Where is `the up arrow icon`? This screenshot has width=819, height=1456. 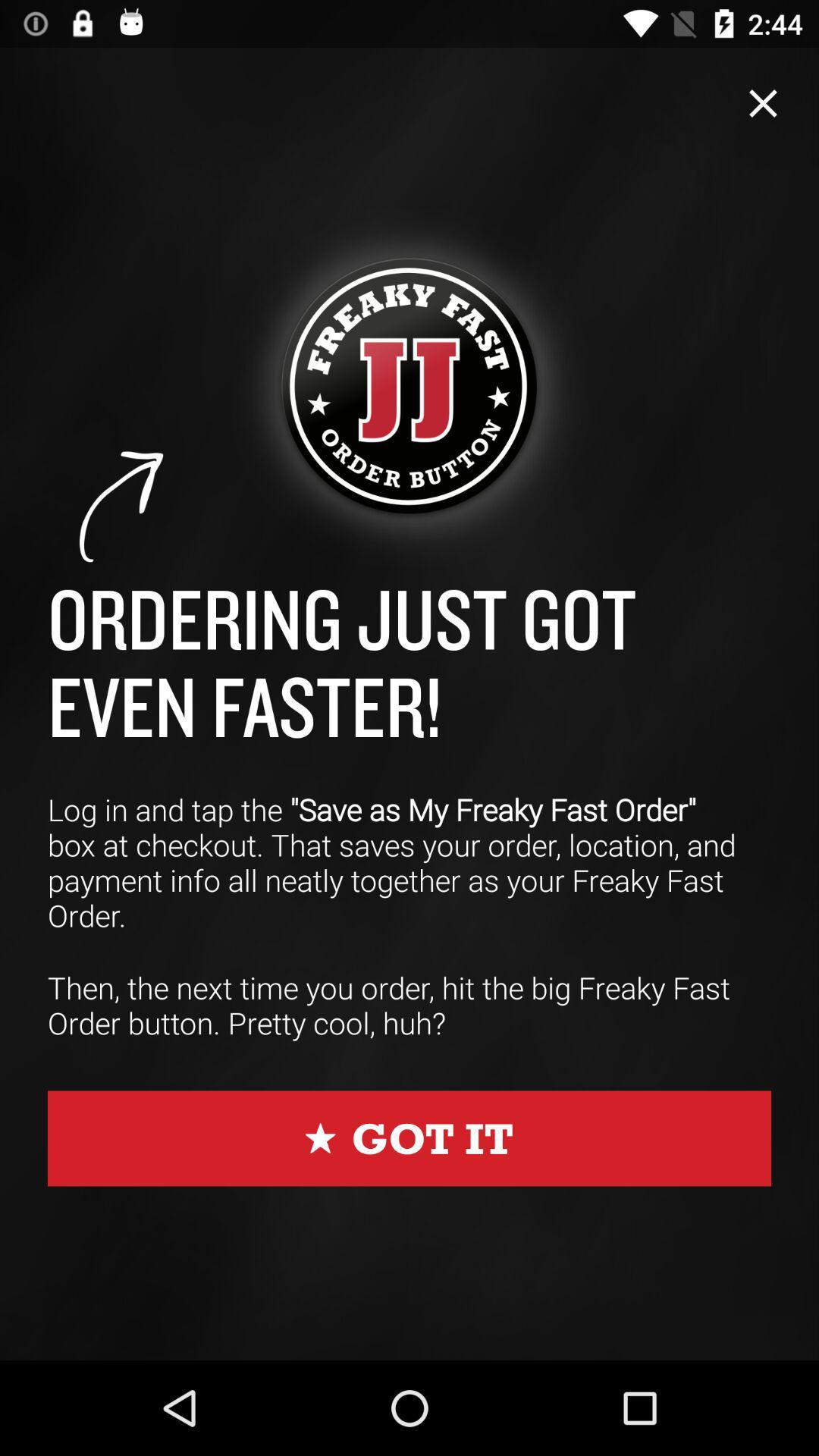
the up arrow icon is located at coordinates (122, 507).